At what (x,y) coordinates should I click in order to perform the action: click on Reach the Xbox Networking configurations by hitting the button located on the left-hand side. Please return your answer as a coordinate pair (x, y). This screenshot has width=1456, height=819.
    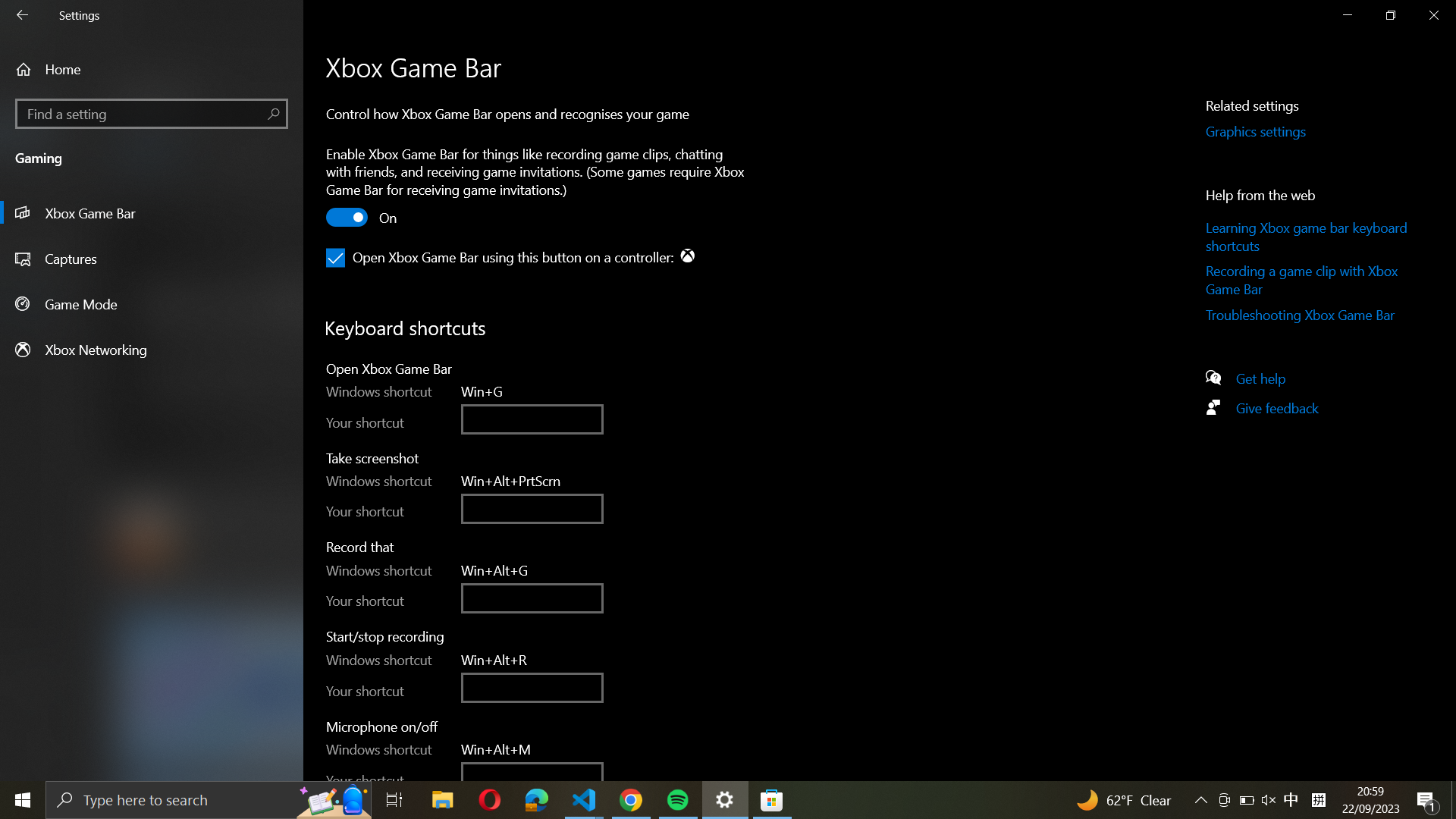
    Looking at the image, I should click on (152, 349).